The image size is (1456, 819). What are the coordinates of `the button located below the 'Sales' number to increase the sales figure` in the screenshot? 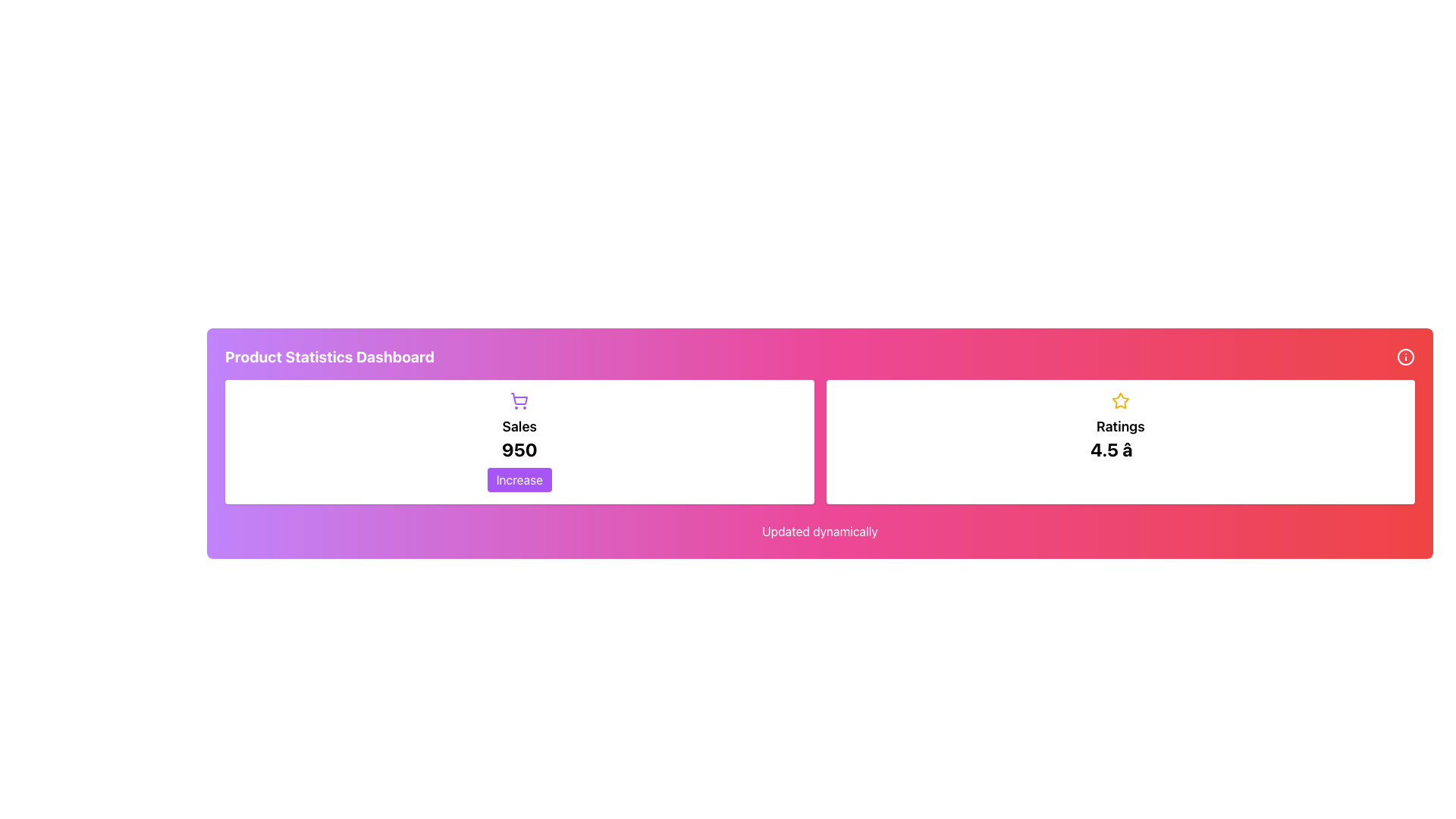 It's located at (519, 479).